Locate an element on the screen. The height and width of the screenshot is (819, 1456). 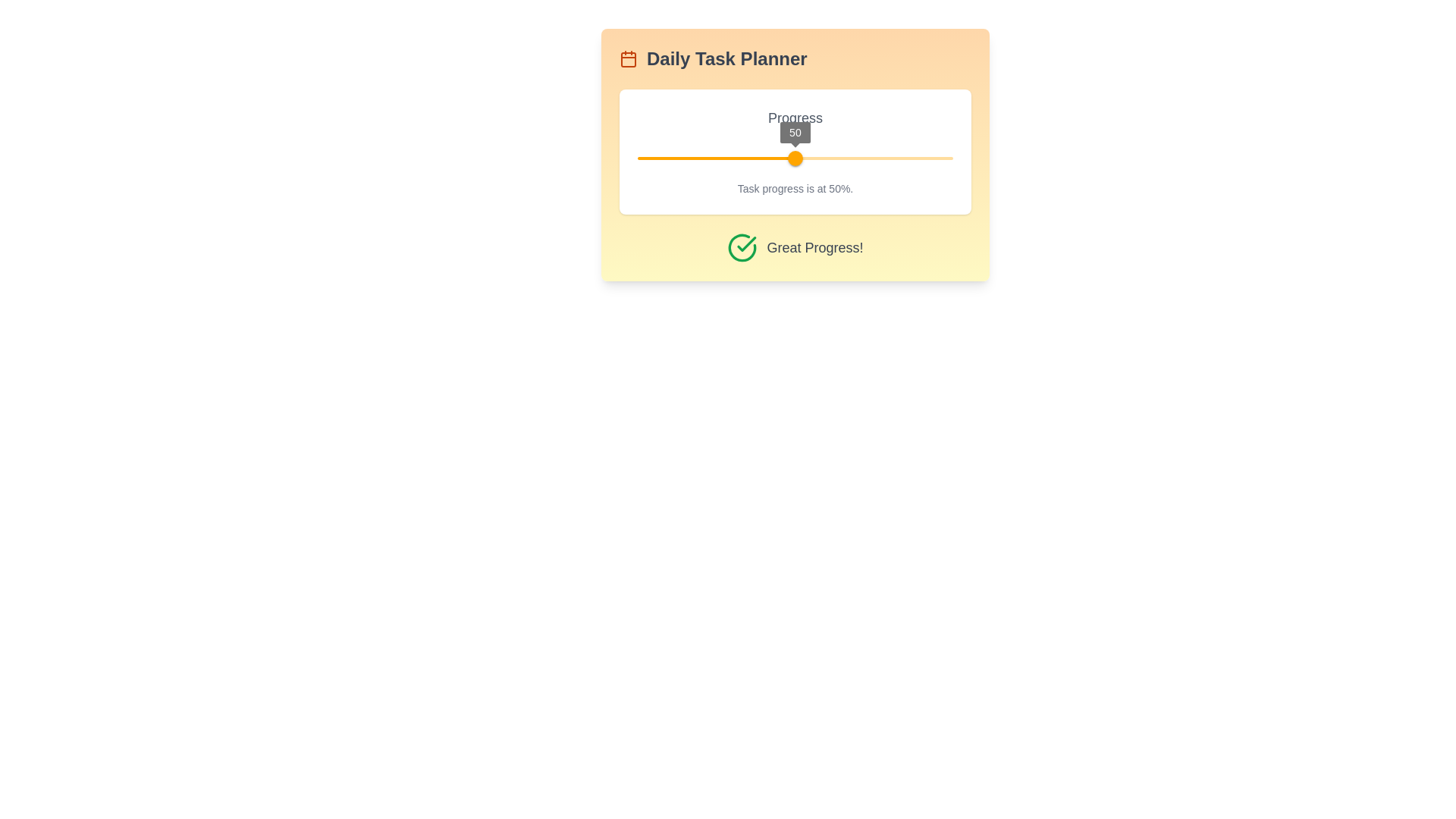
the Slider rail element, which serves as the base line for the slider track and is located slightly below the slider thumb marked by the value '50' is located at coordinates (795, 158).